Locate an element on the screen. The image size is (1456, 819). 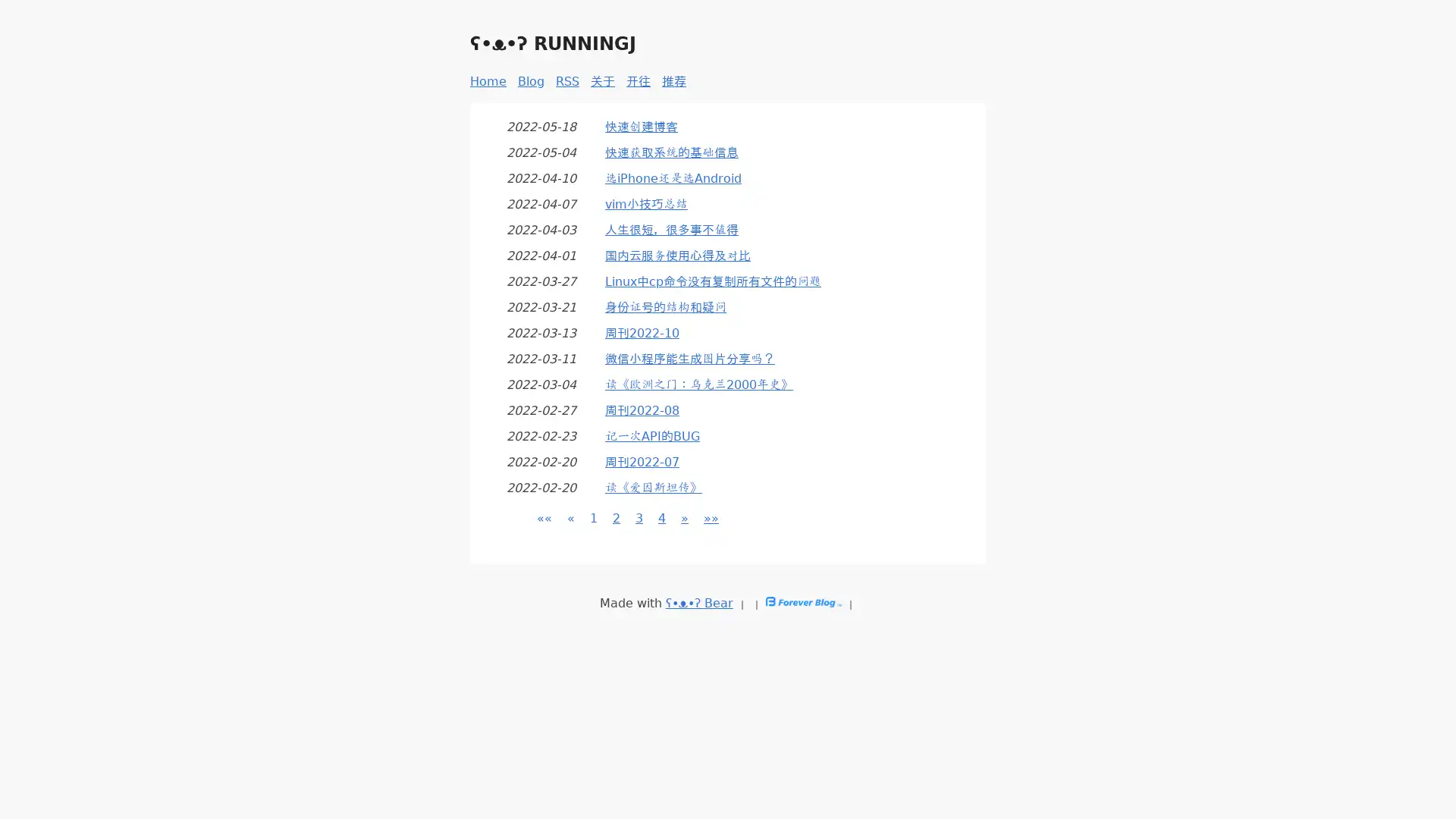
Page 1 is located at coordinates (592, 516).